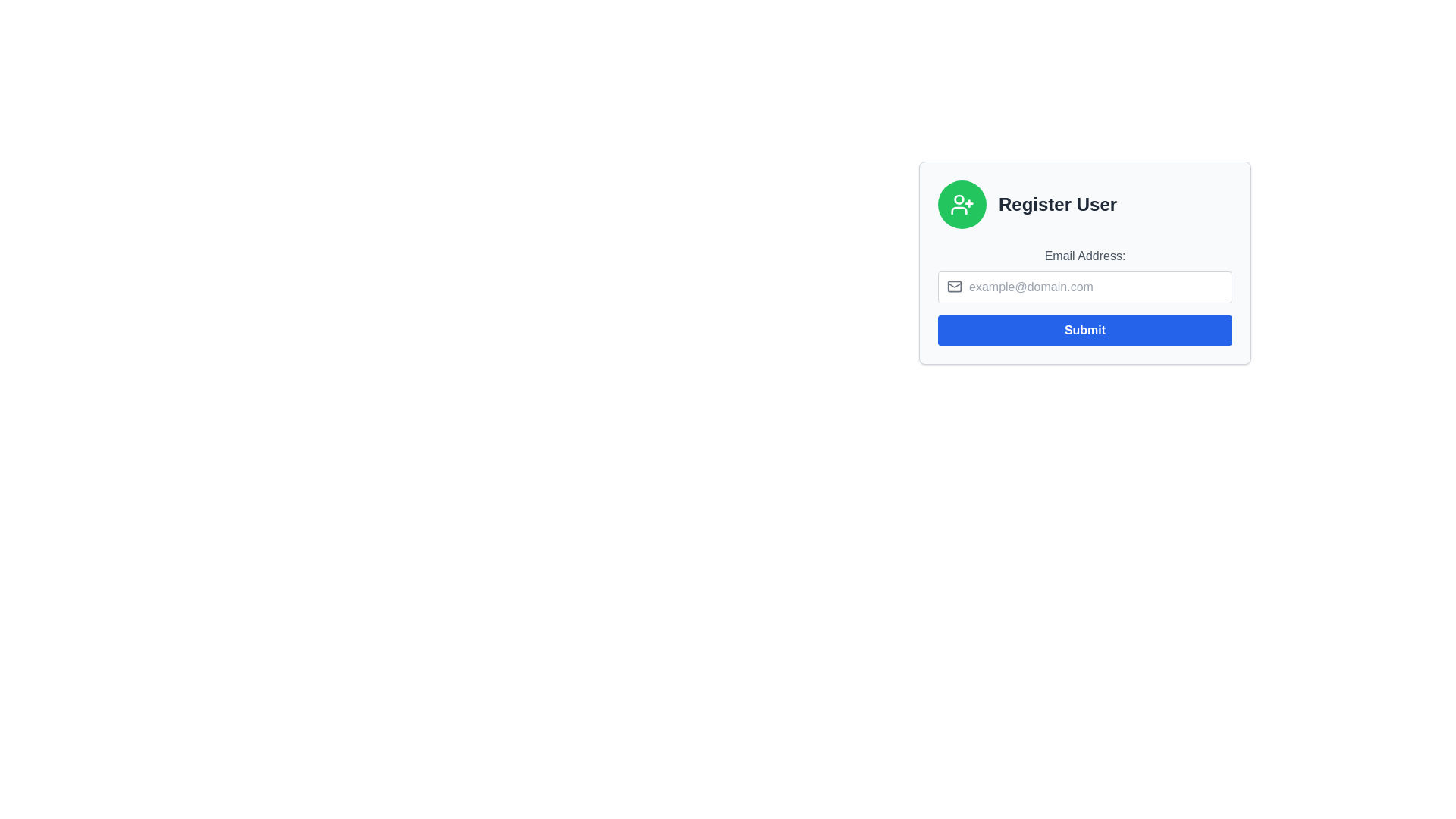 The image size is (1456, 819). What do you see at coordinates (1084, 329) in the screenshot?
I see `the 'Submit' button, which has a vibrant blue background and bold white text, to change its shade` at bounding box center [1084, 329].